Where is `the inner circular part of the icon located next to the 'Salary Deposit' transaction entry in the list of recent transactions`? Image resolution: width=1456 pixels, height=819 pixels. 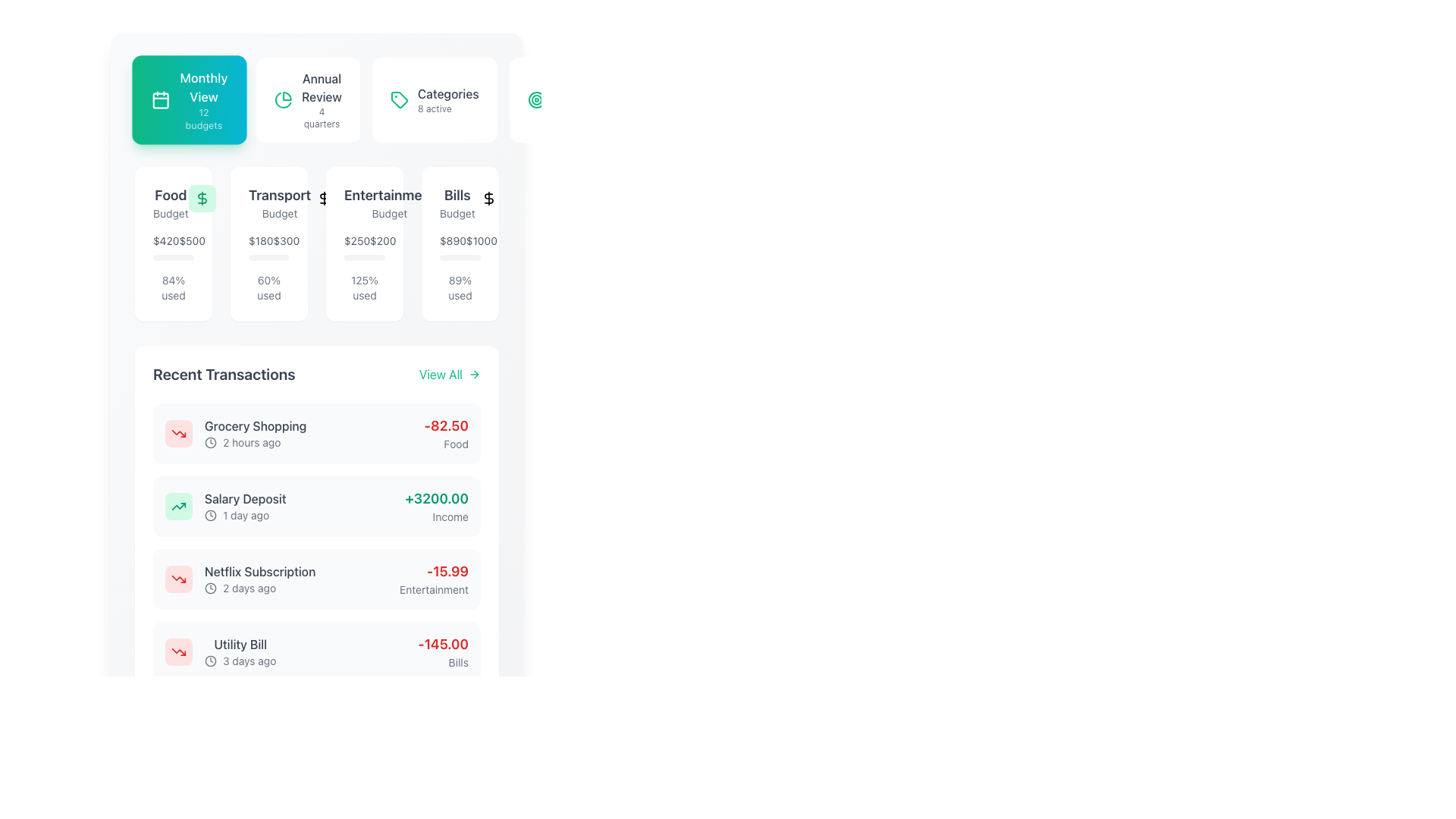
the inner circular part of the icon located next to the 'Salary Deposit' transaction entry in the list of recent transactions is located at coordinates (210, 514).